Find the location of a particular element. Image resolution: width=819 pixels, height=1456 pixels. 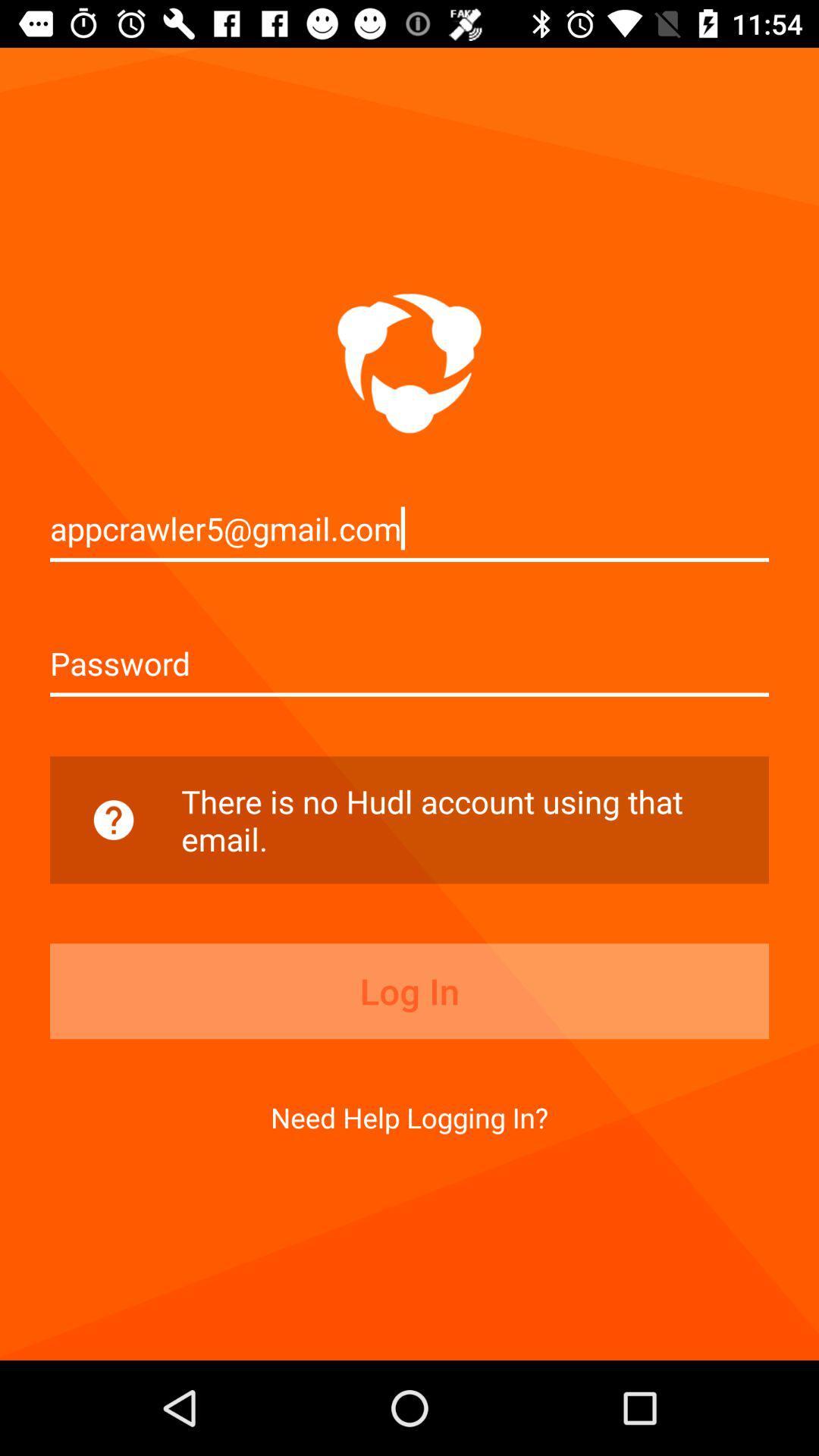

the icon below the log in item is located at coordinates (409, 1117).